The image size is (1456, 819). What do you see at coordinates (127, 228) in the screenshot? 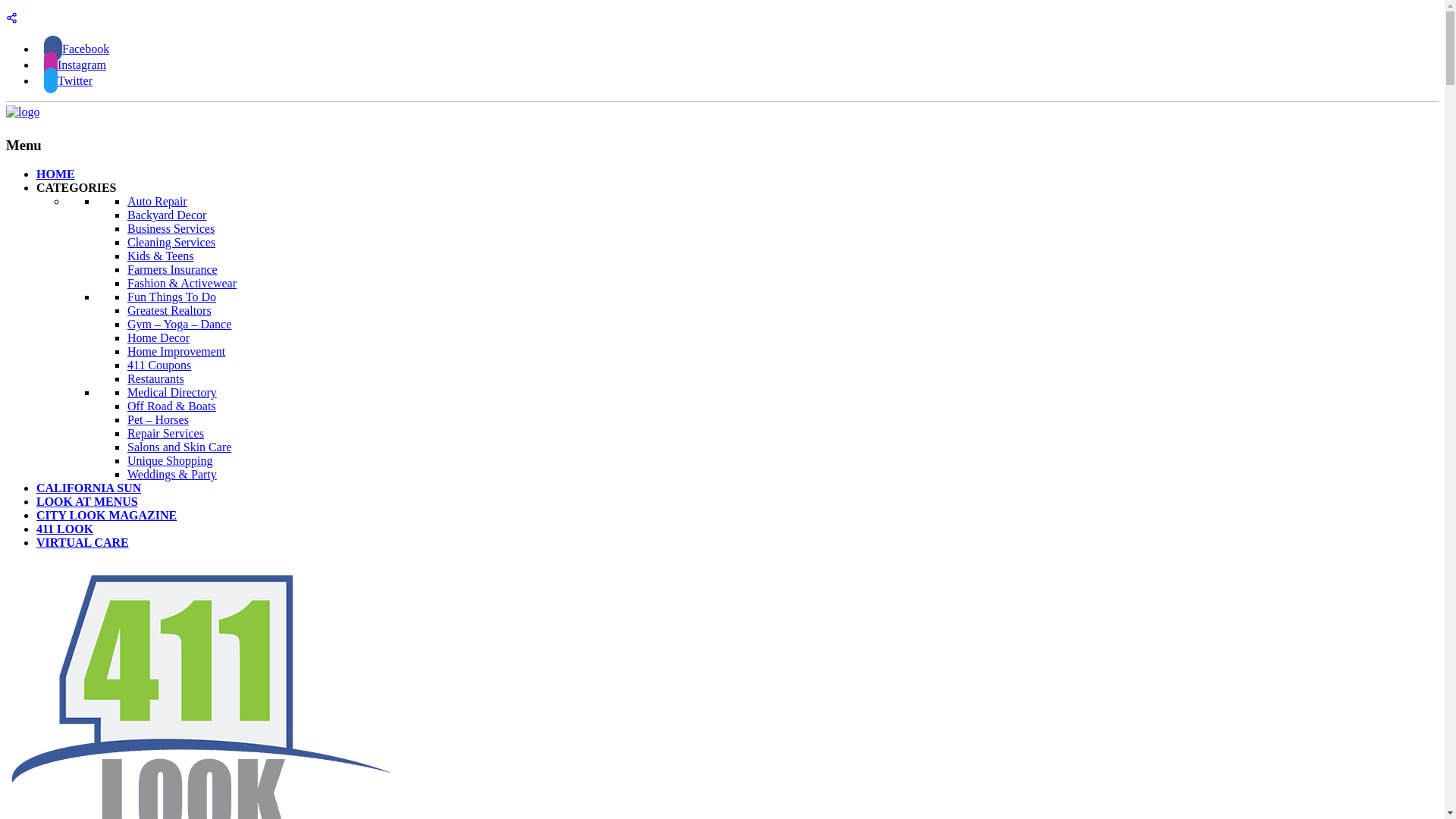
I see `'Business Services'` at bounding box center [127, 228].